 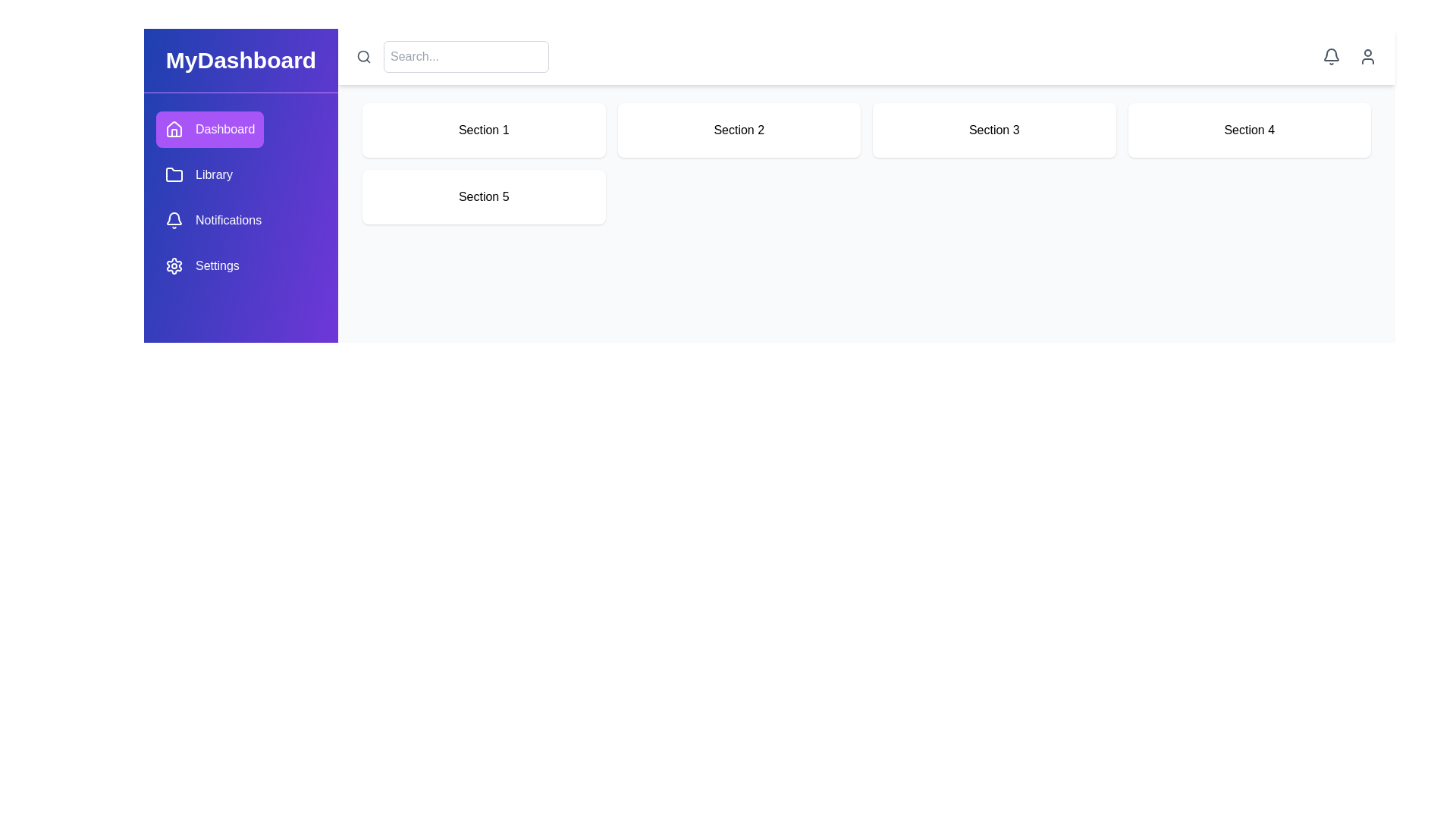 I want to click on the rectangular card labeled 'Section 1' with a white background, located in the top-left corner of the grid layout, so click(x=483, y=130).